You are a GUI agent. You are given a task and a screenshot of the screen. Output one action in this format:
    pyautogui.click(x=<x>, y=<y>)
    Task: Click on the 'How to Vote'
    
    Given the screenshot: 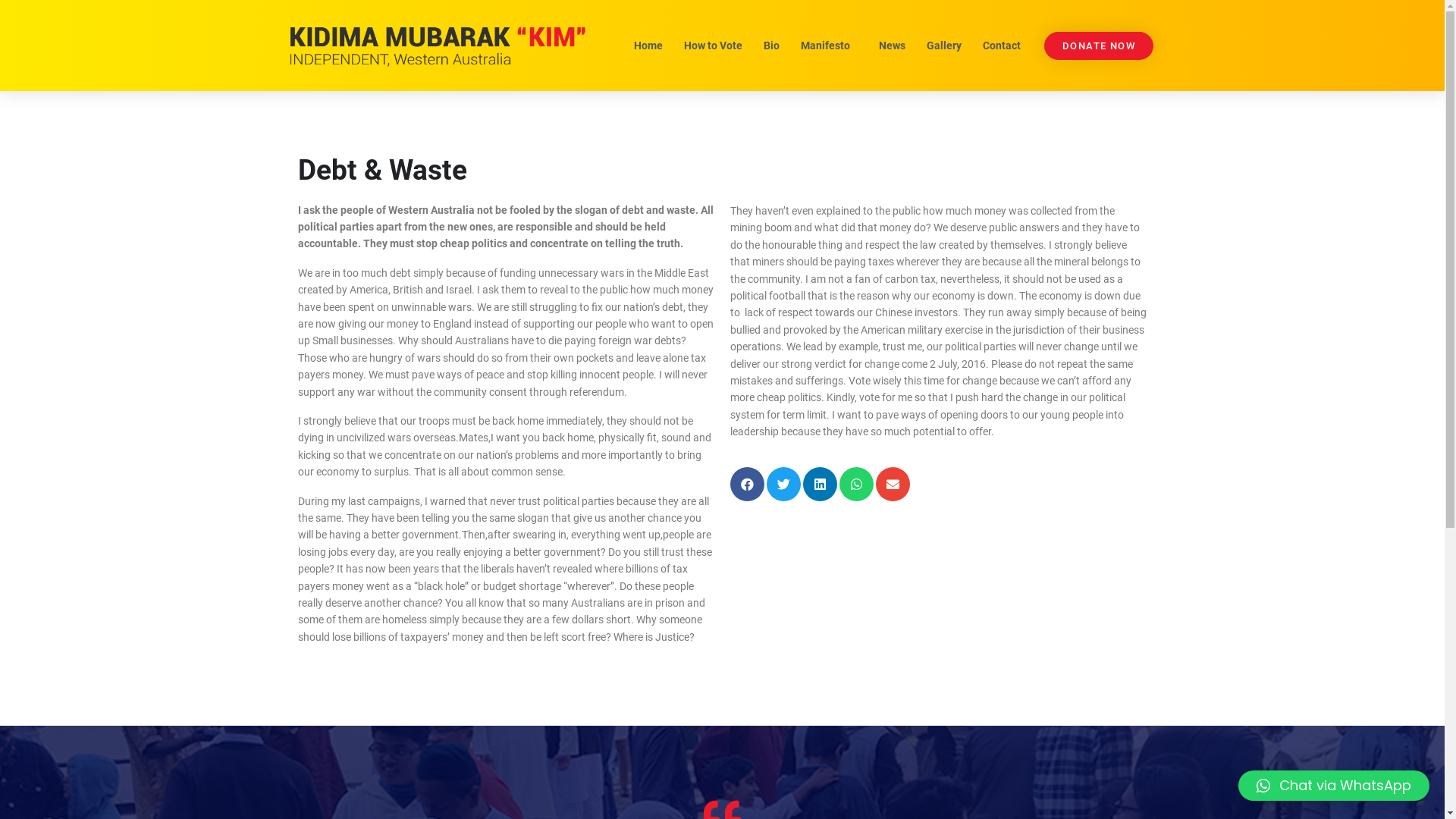 What is the action you would take?
    pyautogui.click(x=673, y=45)
    